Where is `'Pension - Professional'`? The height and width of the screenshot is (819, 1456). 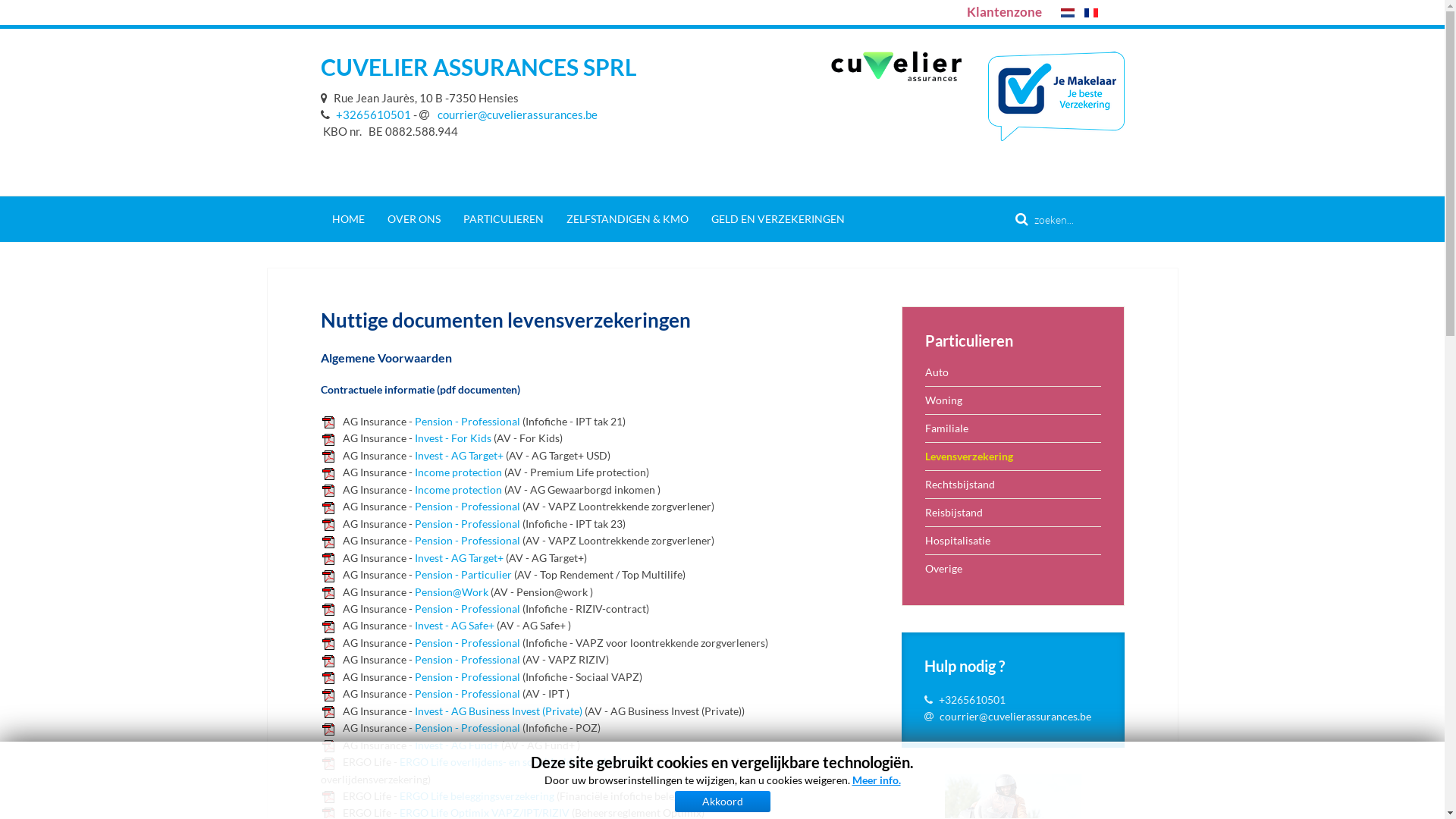 'Pension - Professional' is located at coordinates (466, 676).